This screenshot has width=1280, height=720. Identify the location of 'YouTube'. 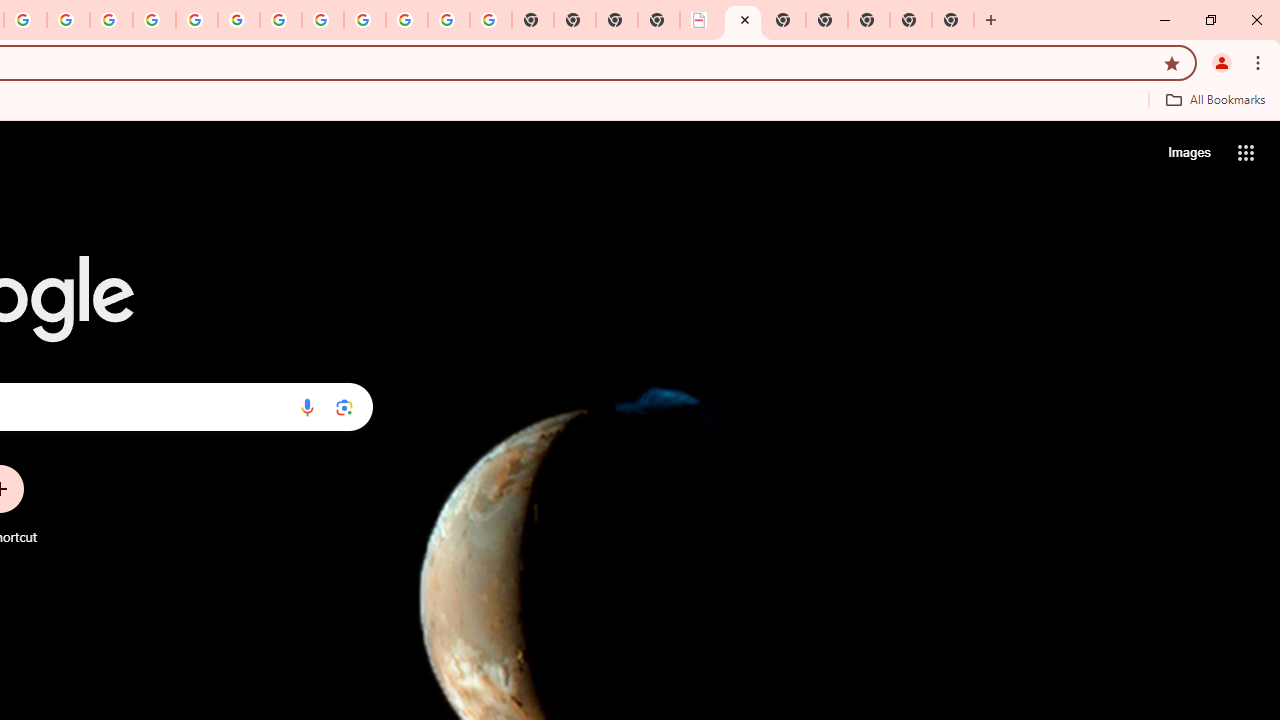
(279, 20).